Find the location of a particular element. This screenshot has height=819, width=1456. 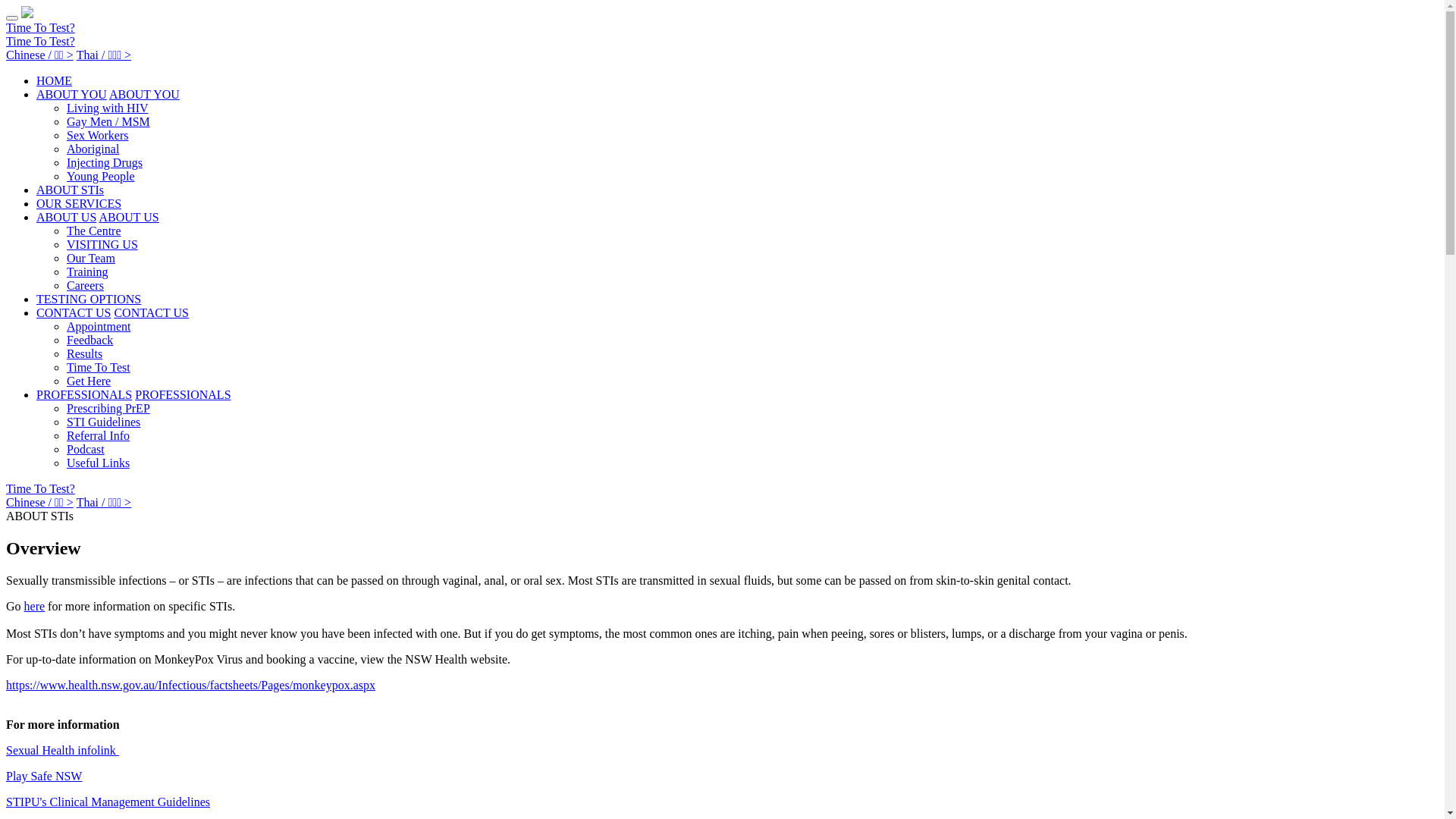

'Podcast' is located at coordinates (85, 448).